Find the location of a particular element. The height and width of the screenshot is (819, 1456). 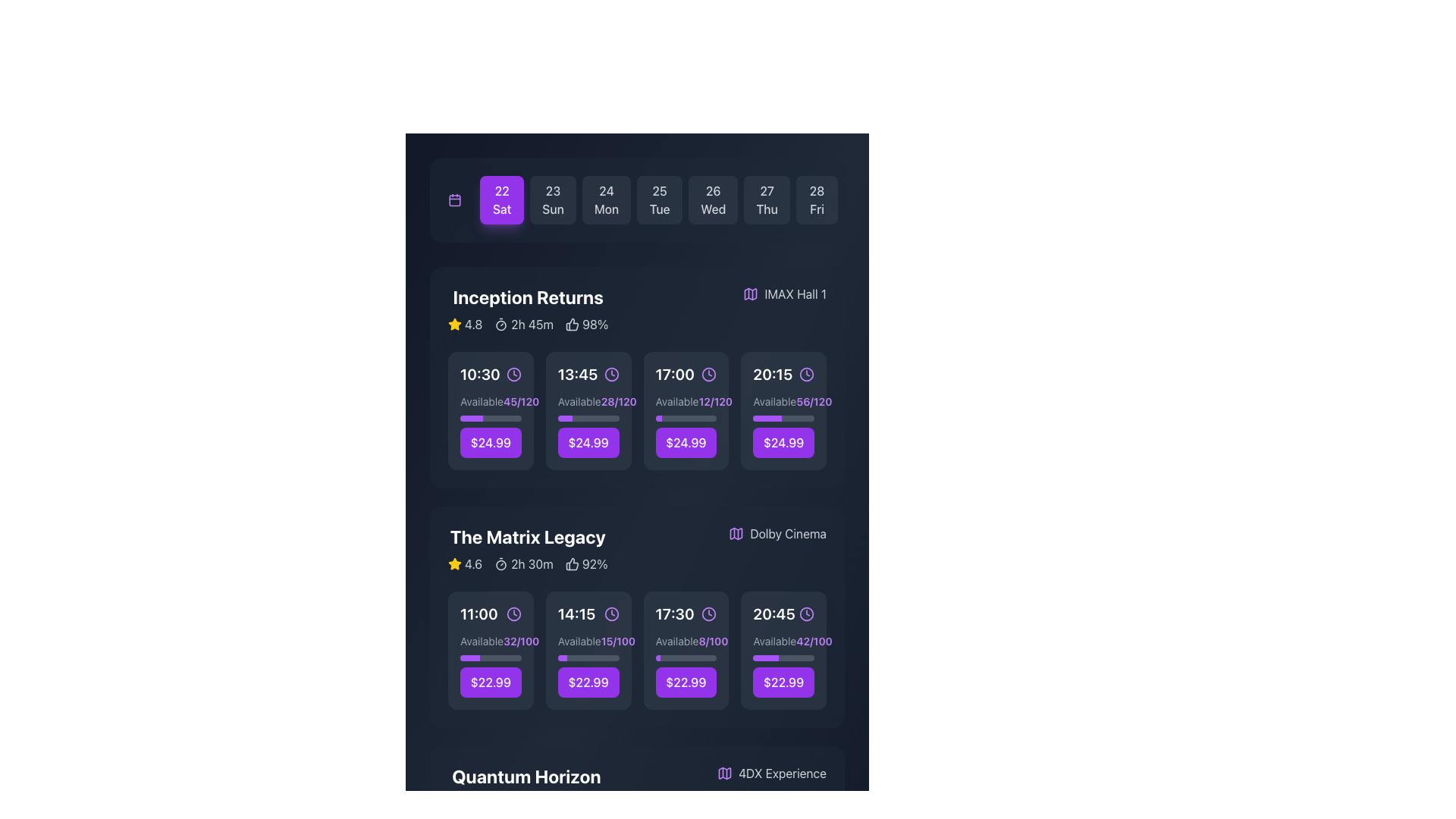

the small, circular clock icon with a purple outline that is positioned to the right of the time '10:30' under the movie 'Inception Returns' is located at coordinates (513, 374).